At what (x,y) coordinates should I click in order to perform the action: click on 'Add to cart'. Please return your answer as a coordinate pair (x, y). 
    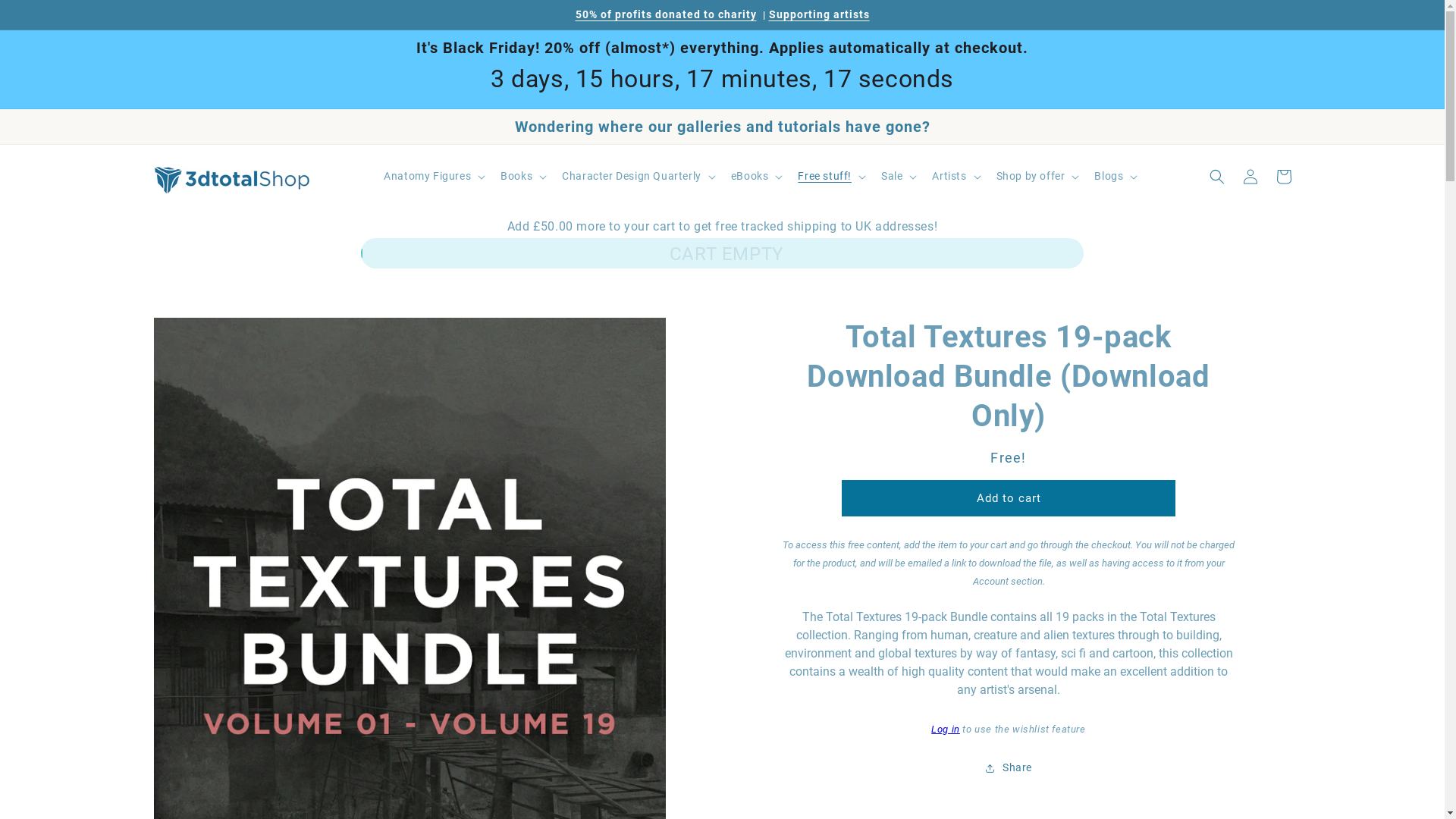
    Looking at the image, I should click on (1008, 497).